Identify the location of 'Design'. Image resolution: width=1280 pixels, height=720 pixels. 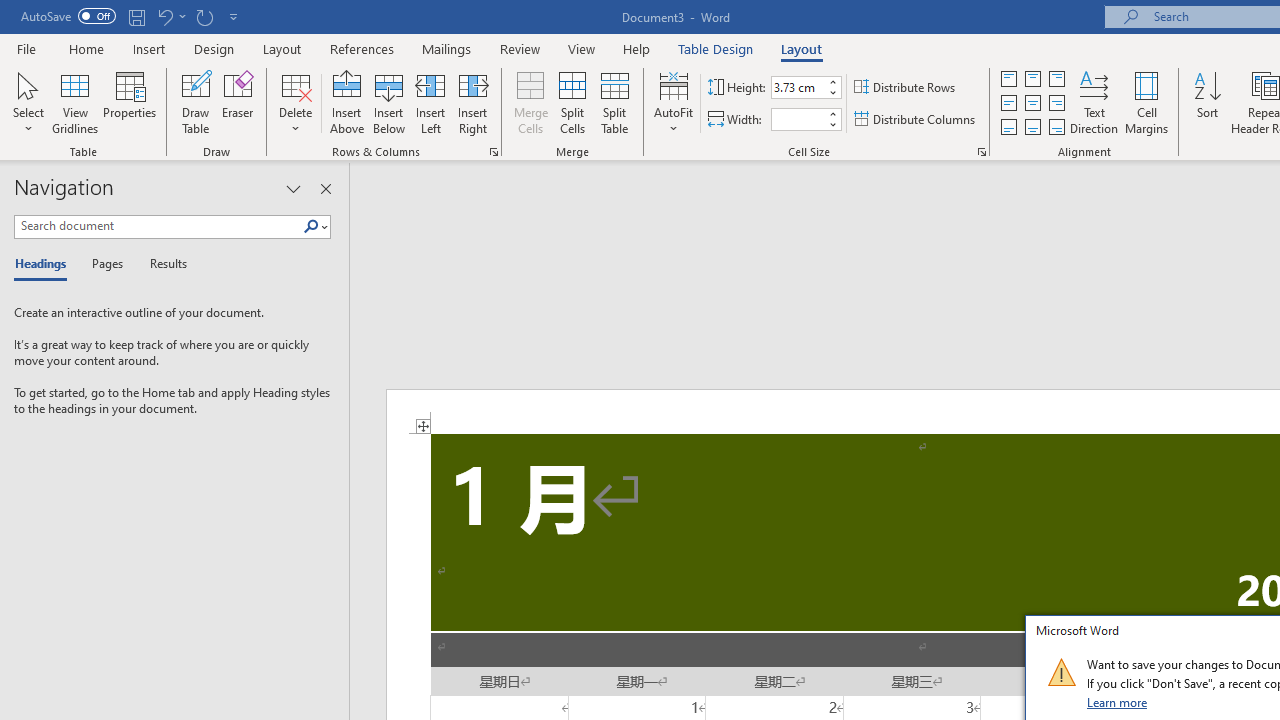
(214, 48).